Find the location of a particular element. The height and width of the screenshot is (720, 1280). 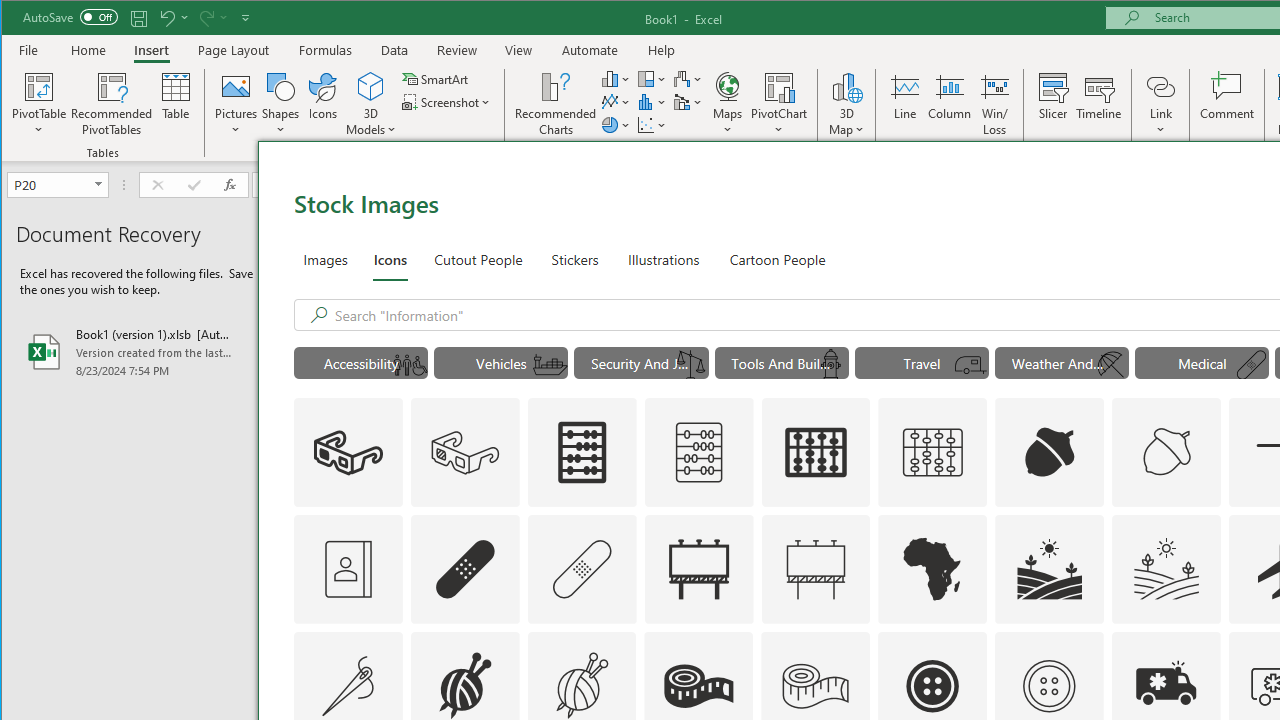

'AutomationID: Icons_Trailer_M' is located at coordinates (971, 365).